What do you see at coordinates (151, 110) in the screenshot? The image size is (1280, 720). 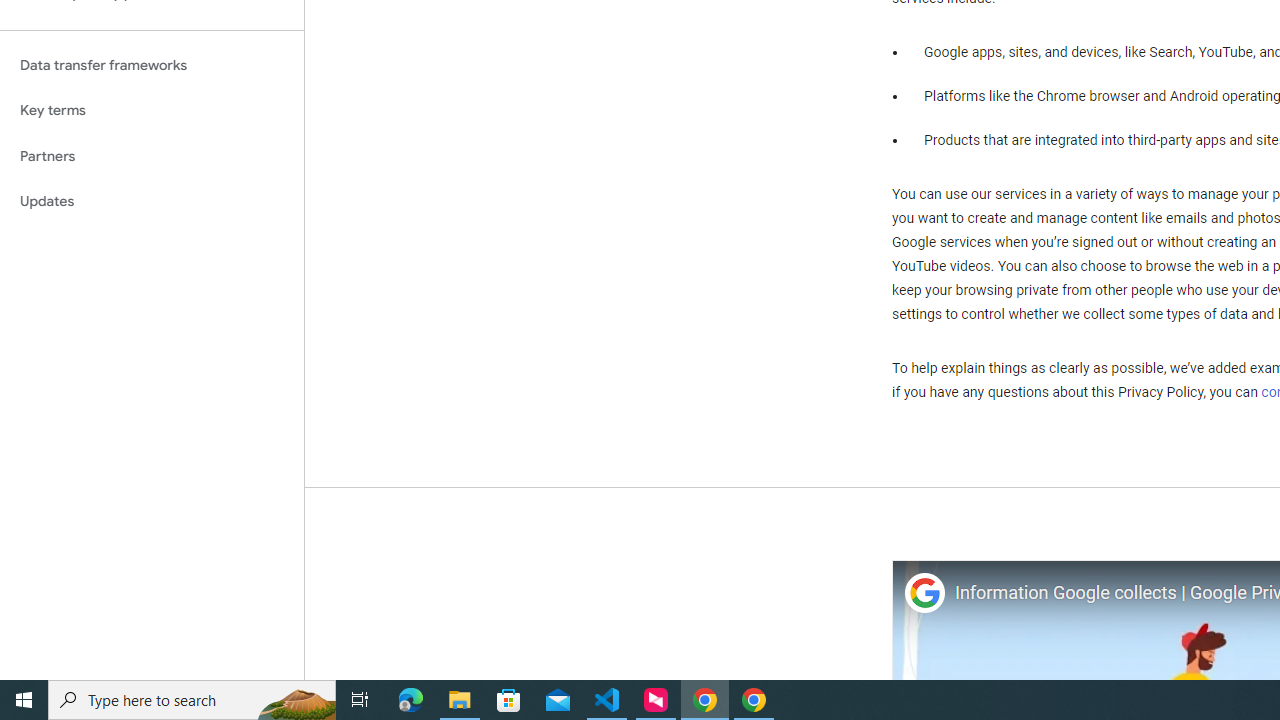 I see `'Key terms'` at bounding box center [151, 110].